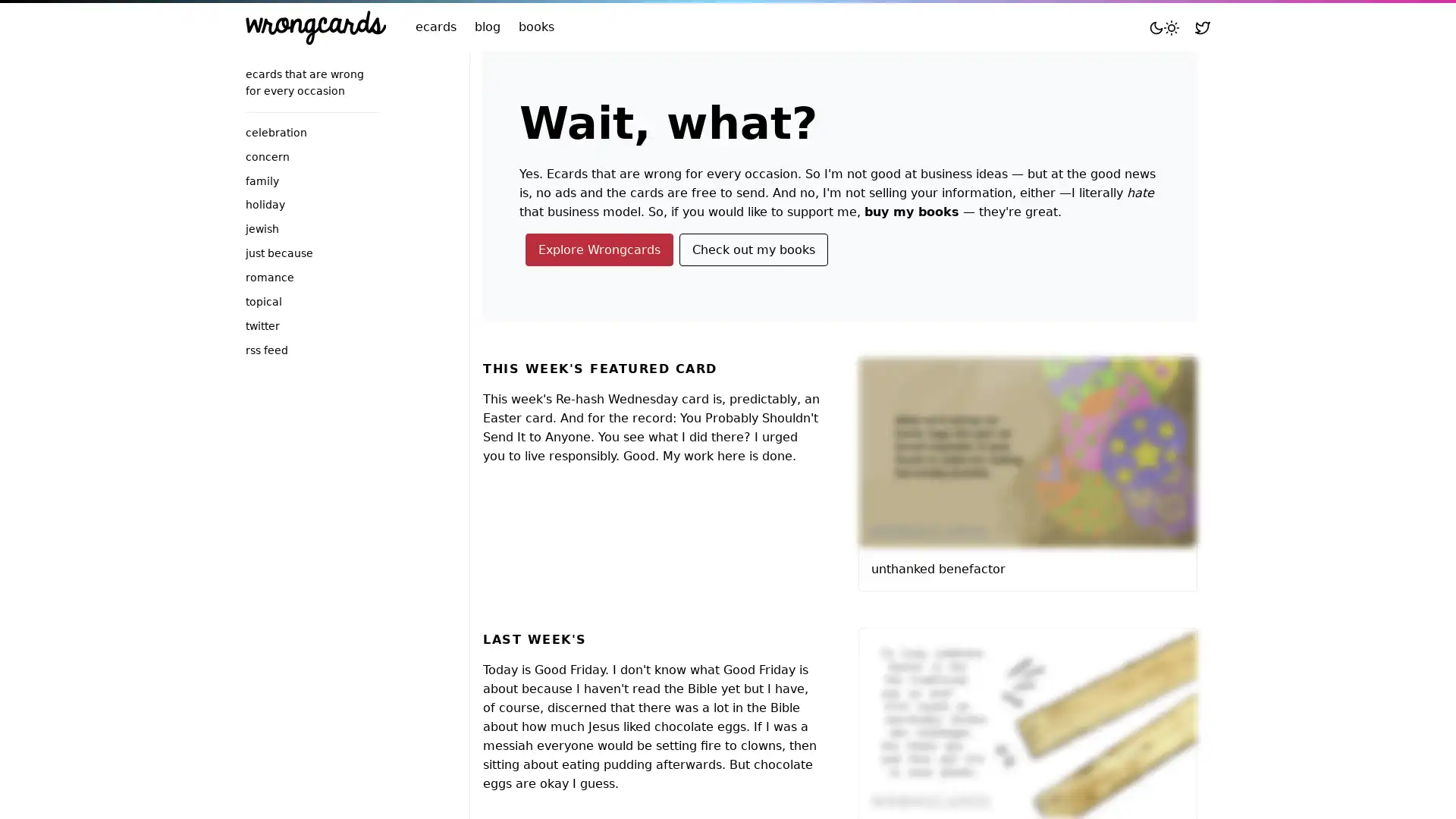 The image size is (1456, 819). What do you see at coordinates (1163, 27) in the screenshot?
I see `Toggle mode` at bounding box center [1163, 27].